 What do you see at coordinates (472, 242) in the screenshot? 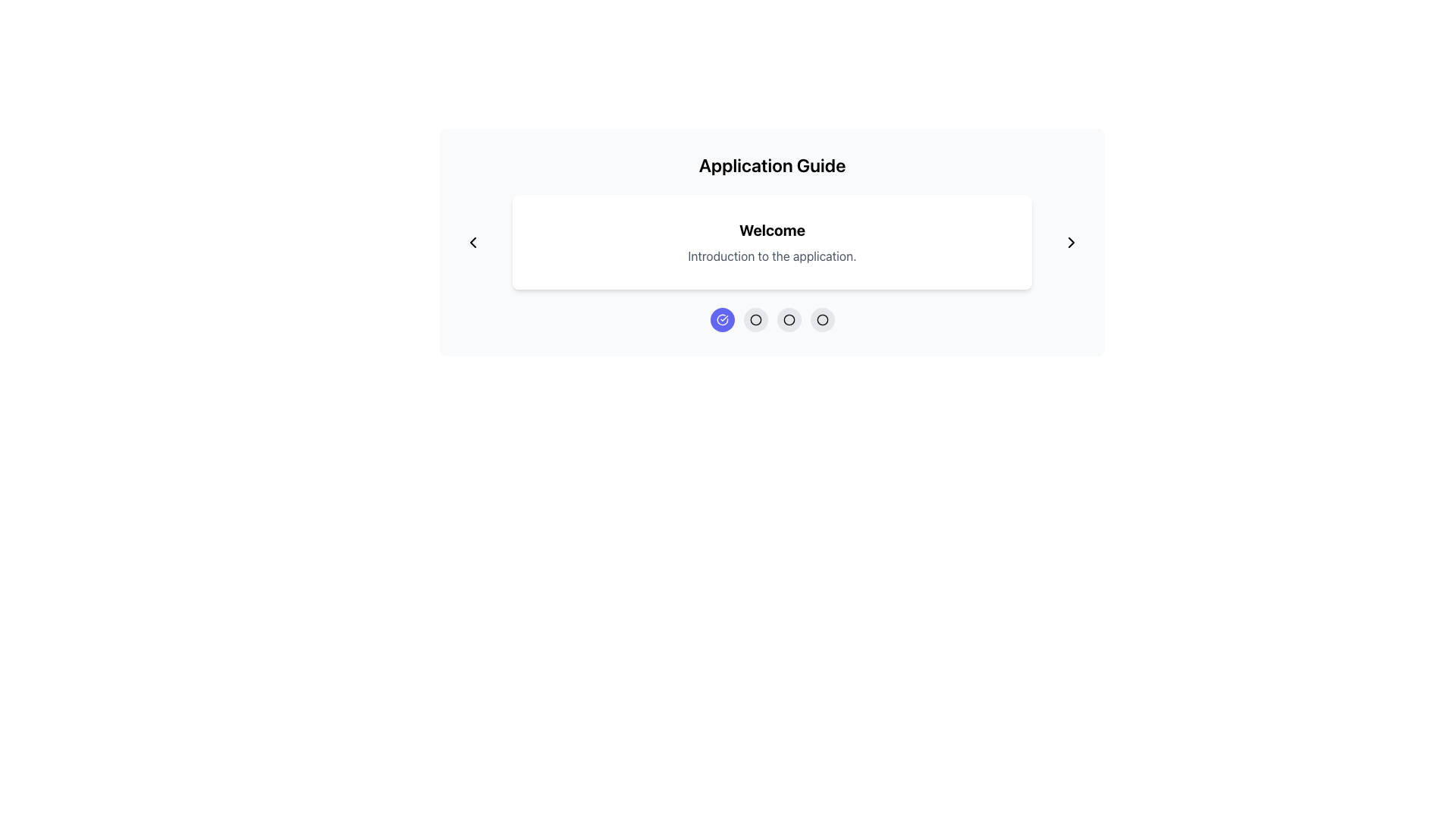
I see `the left-pointing chevron icon with a thin black outline, which is used for navigational purposes and is located to the far left of the 'Welcome' content` at bounding box center [472, 242].